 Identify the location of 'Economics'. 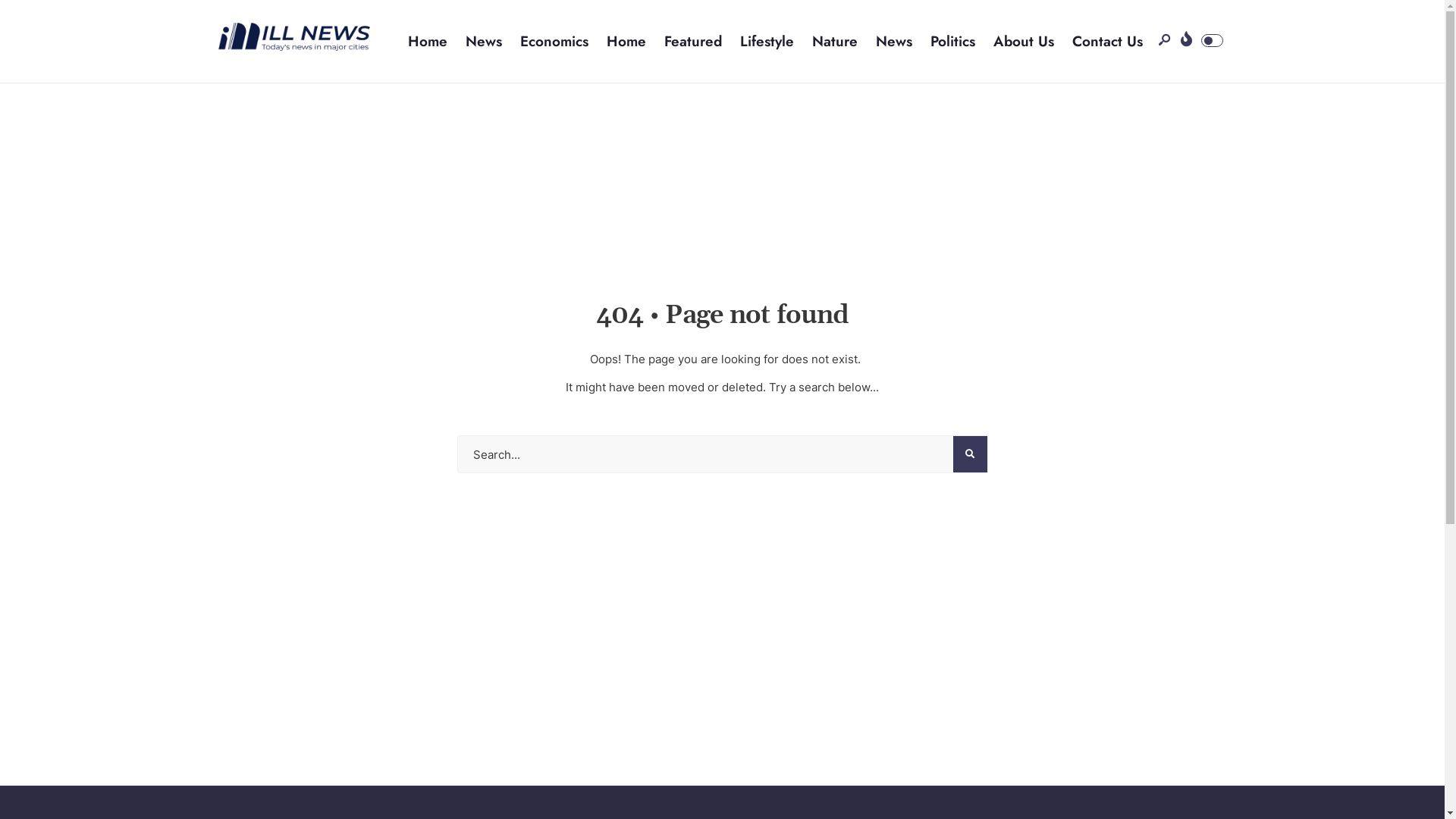
(553, 40).